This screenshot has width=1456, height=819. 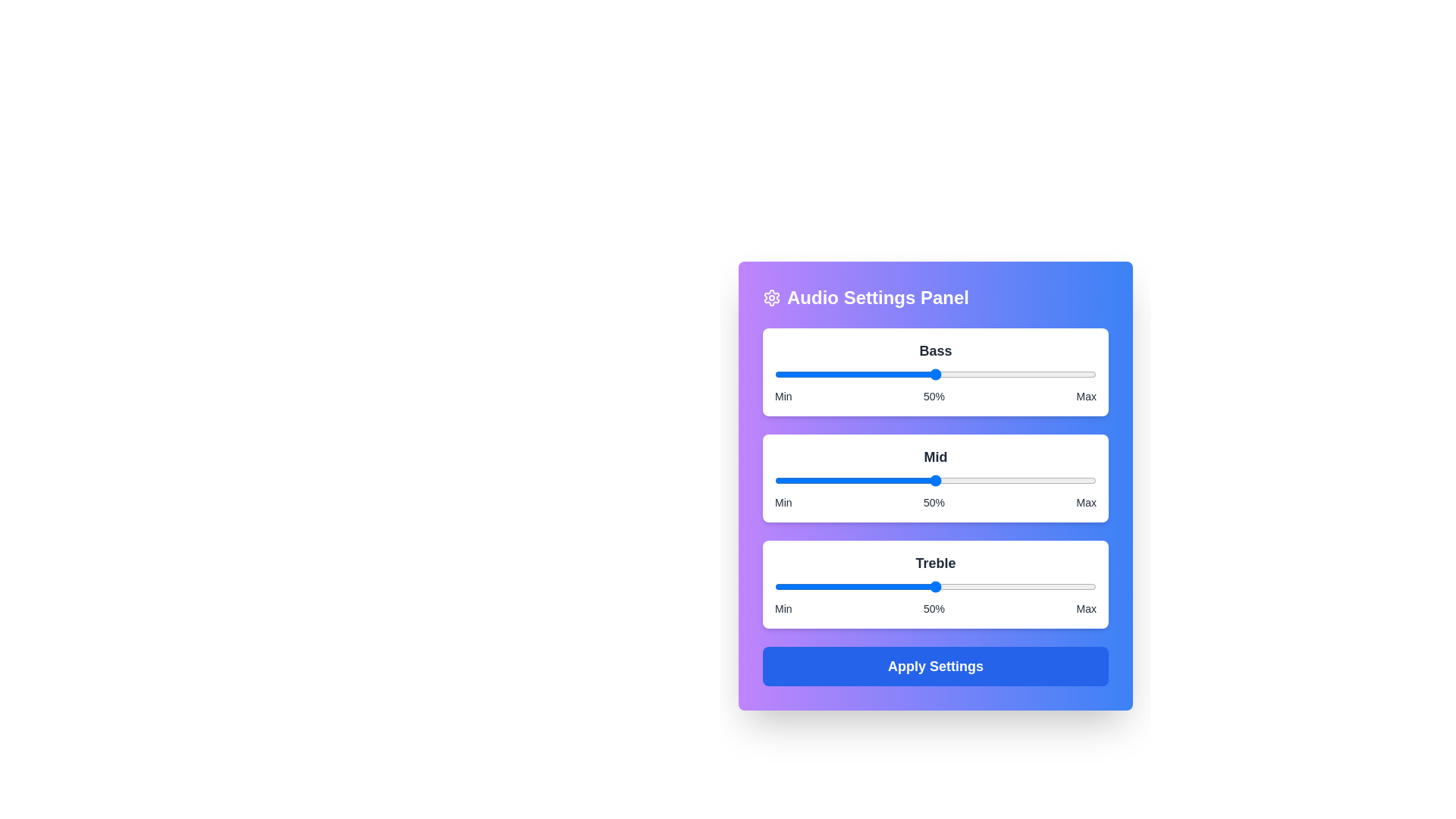 I want to click on the bass level, so click(x=858, y=374).